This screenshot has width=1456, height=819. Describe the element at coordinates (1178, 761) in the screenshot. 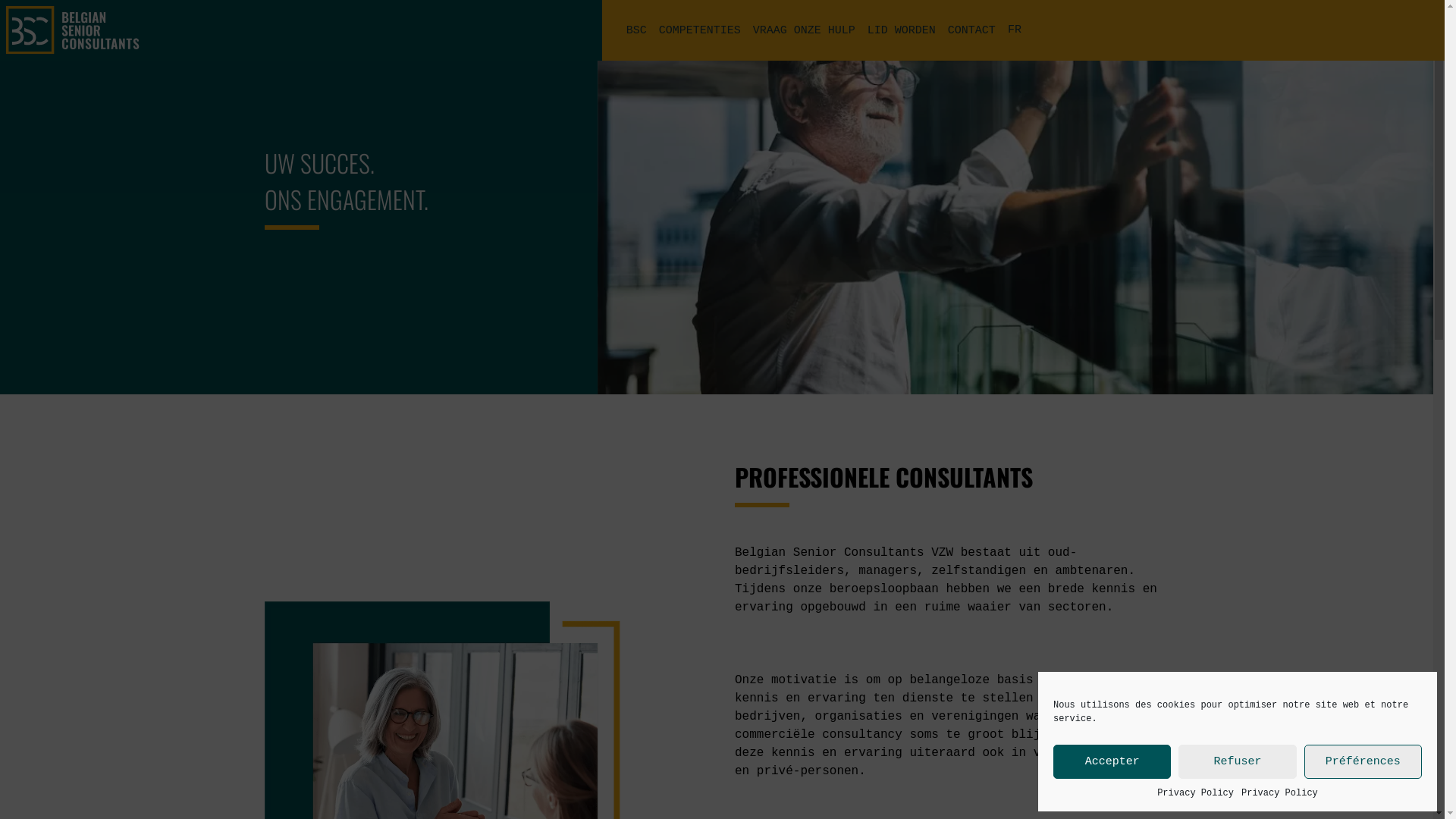

I see `'Refuser'` at that location.